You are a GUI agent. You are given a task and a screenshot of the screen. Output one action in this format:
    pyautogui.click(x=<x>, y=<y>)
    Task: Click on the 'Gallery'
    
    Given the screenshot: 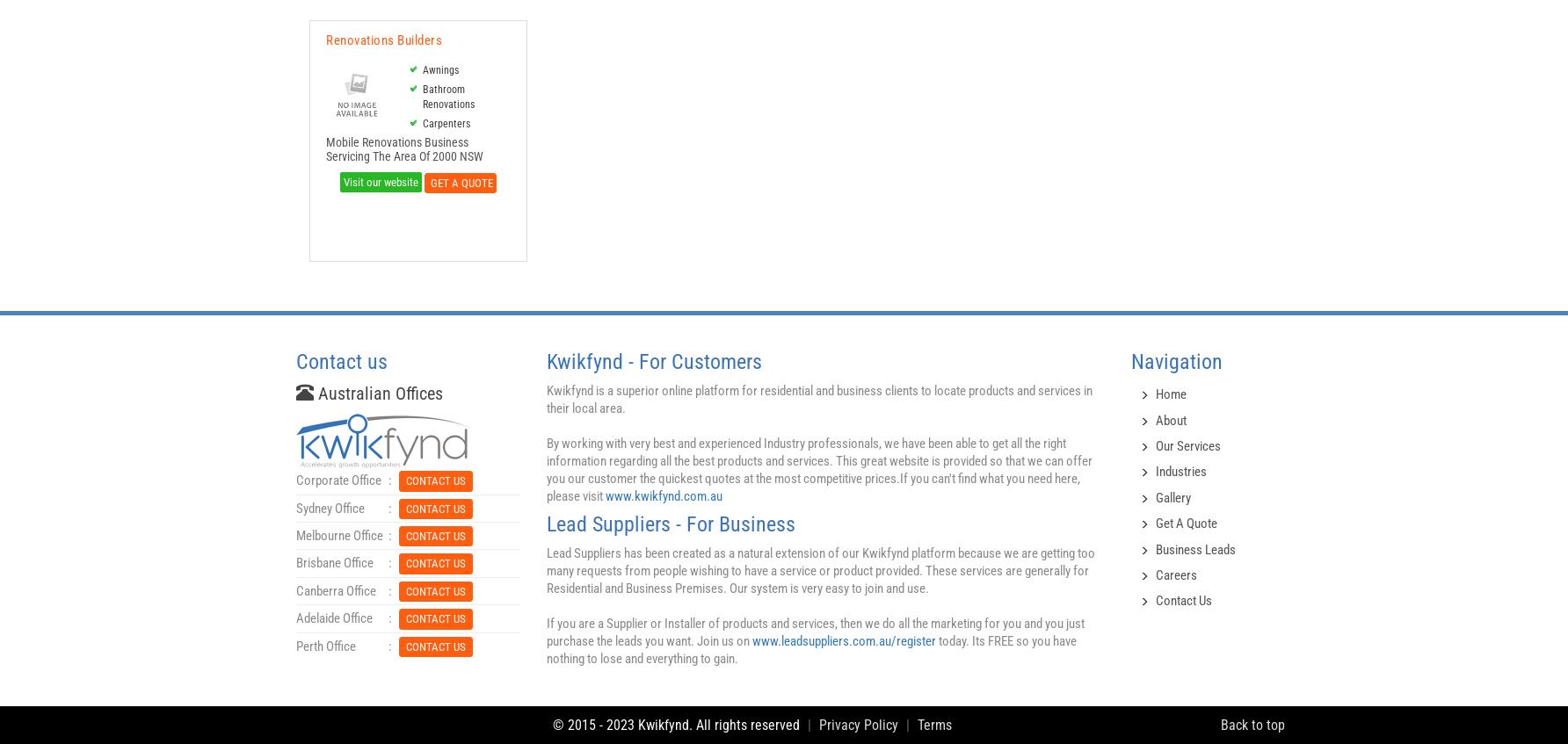 What is the action you would take?
    pyautogui.click(x=1154, y=496)
    